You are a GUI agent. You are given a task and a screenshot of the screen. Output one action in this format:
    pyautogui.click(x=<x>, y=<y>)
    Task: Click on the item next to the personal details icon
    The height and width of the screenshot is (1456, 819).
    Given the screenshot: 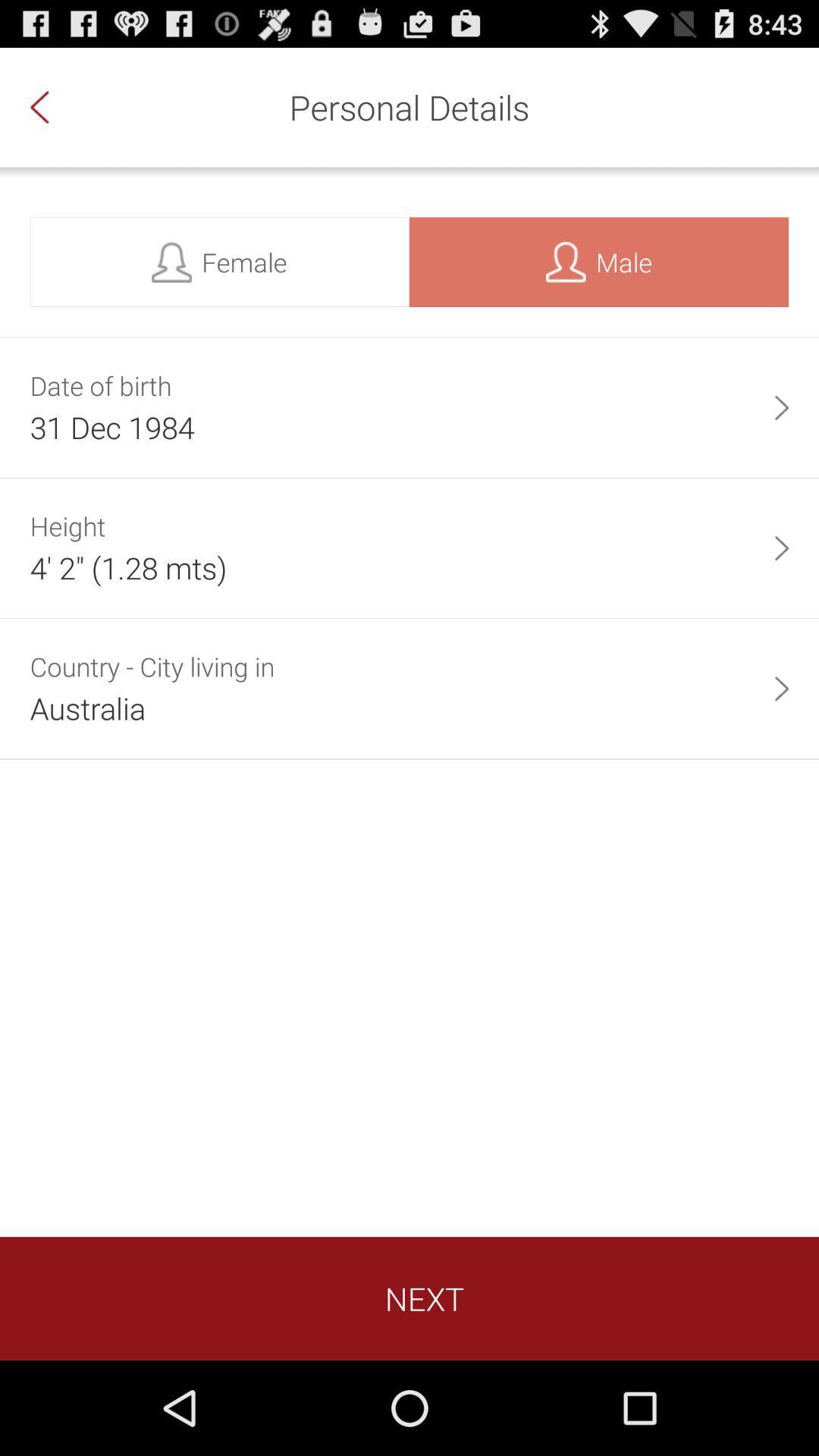 What is the action you would take?
    pyautogui.click(x=55, y=106)
    